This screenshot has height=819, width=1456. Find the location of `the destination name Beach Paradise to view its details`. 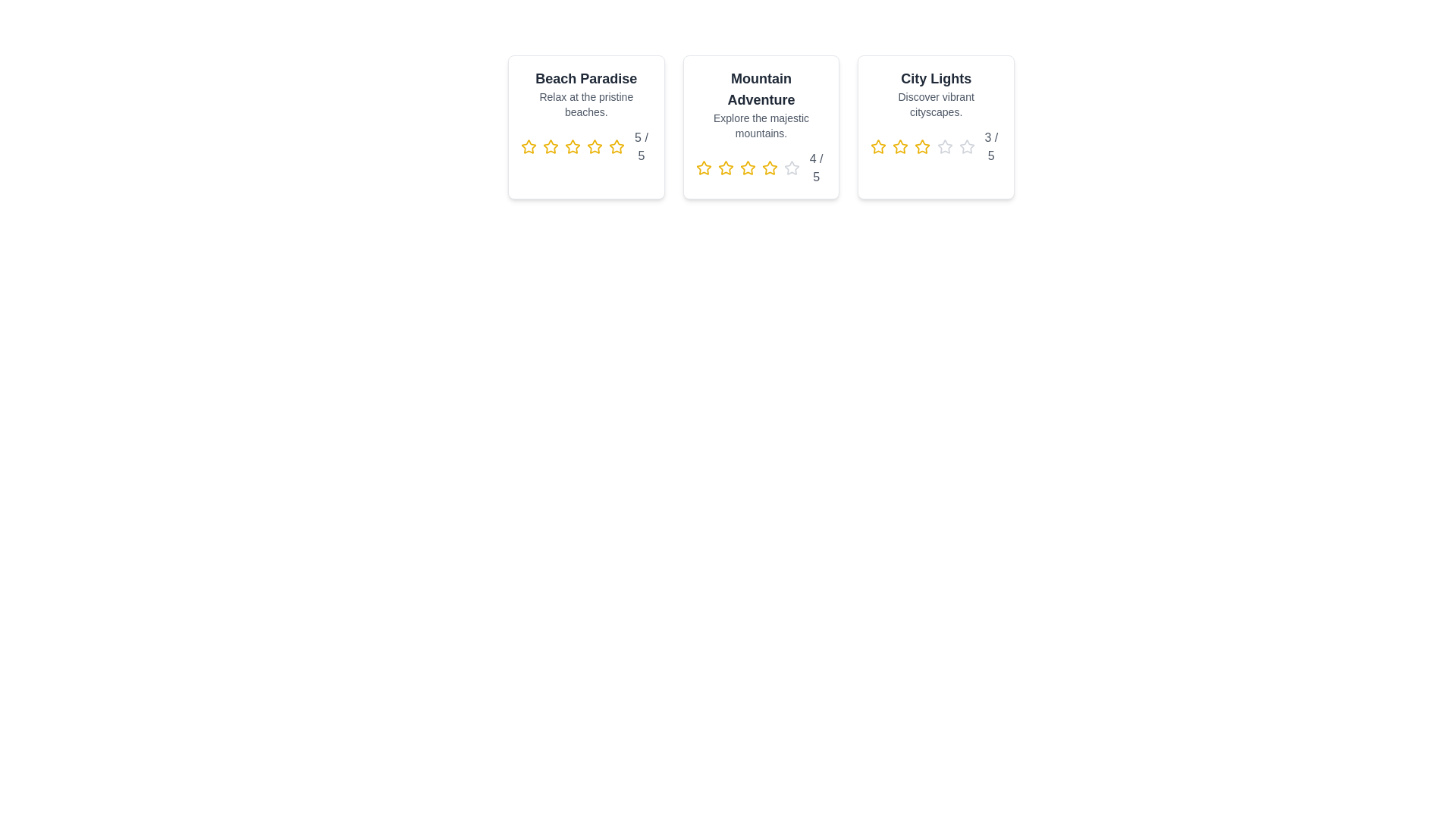

the destination name Beach Paradise to view its details is located at coordinates (585, 79).